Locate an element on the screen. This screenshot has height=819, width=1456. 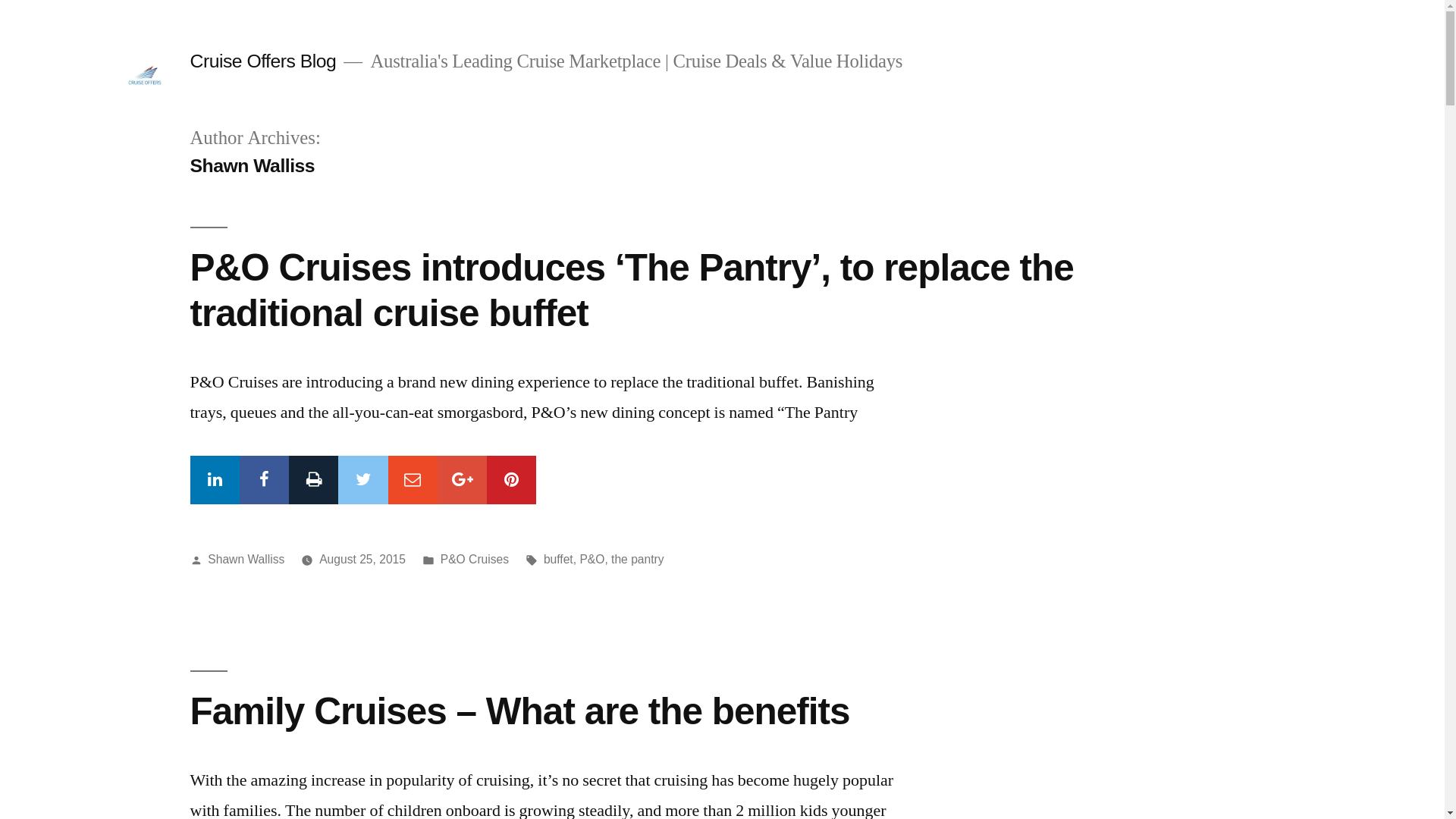
'P&O' is located at coordinates (591, 559).